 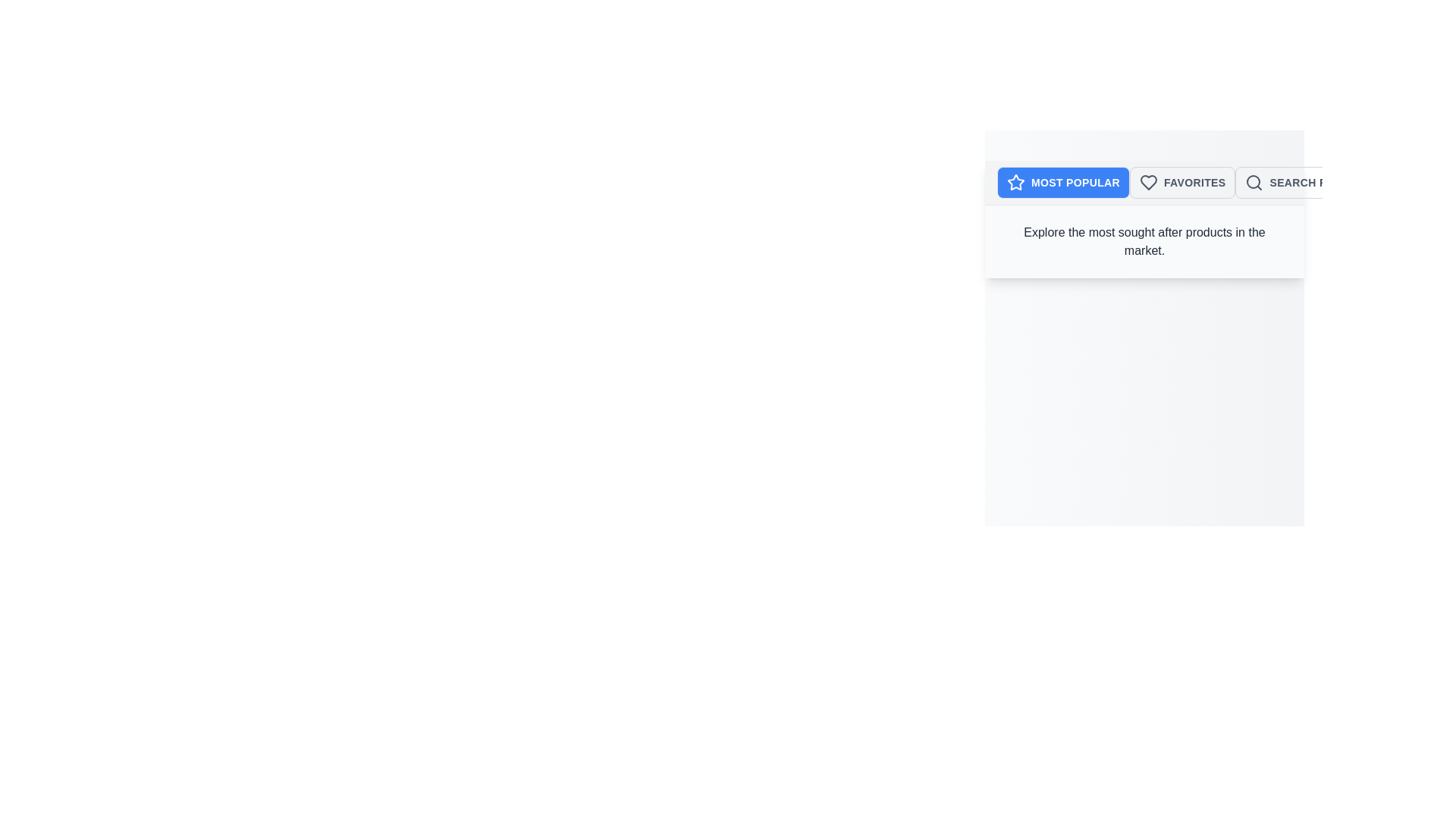 I want to click on the active tab content area to interact with it, so click(x=1144, y=241).